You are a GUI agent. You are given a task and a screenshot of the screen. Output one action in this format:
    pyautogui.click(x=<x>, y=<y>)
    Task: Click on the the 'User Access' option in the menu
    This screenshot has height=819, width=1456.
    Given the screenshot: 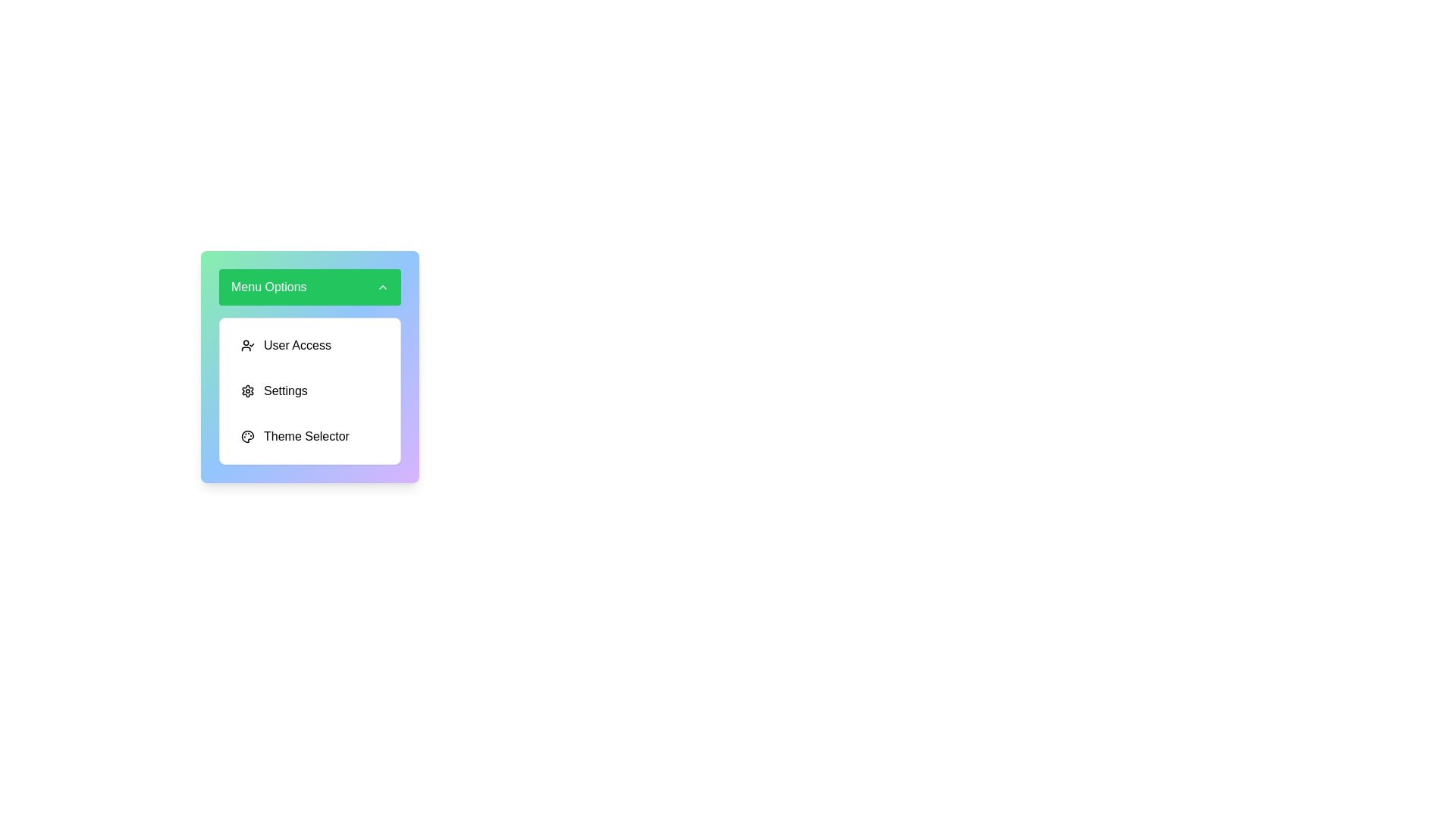 What is the action you would take?
    pyautogui.click(x=309, y=345)
    